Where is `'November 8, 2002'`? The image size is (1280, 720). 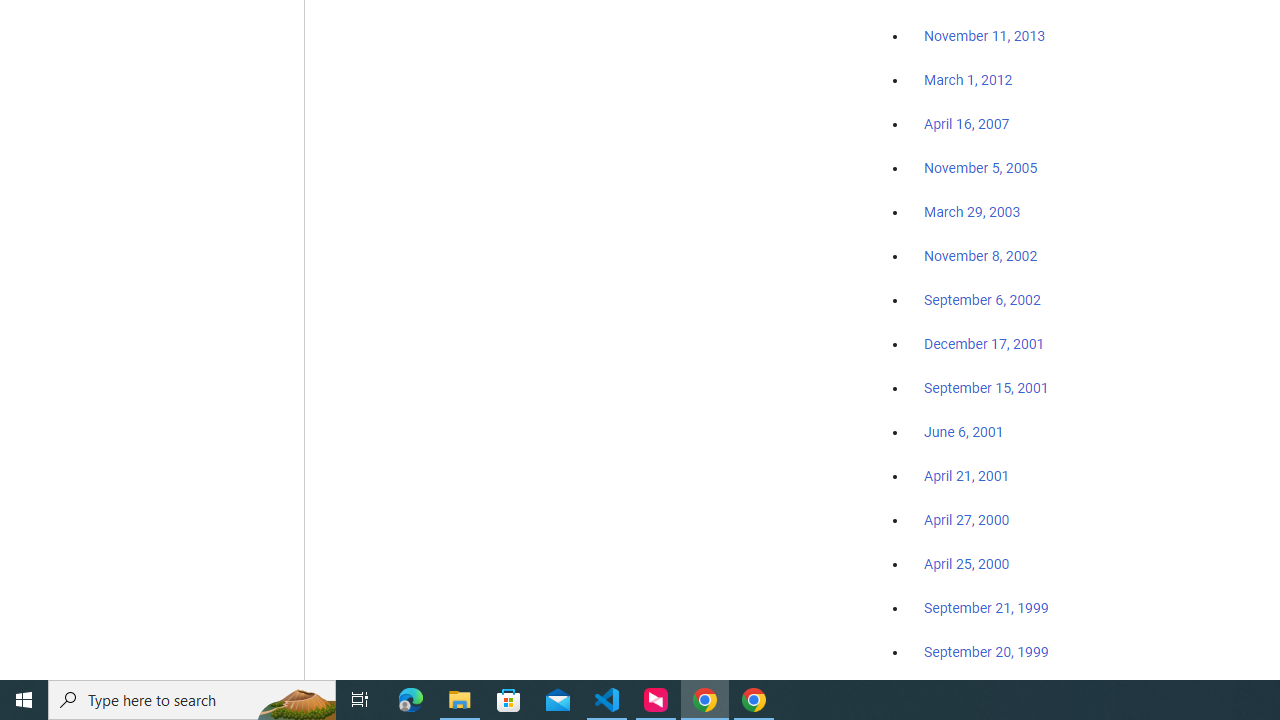
'November 8, 2002' is located at coordinates (981, 255).